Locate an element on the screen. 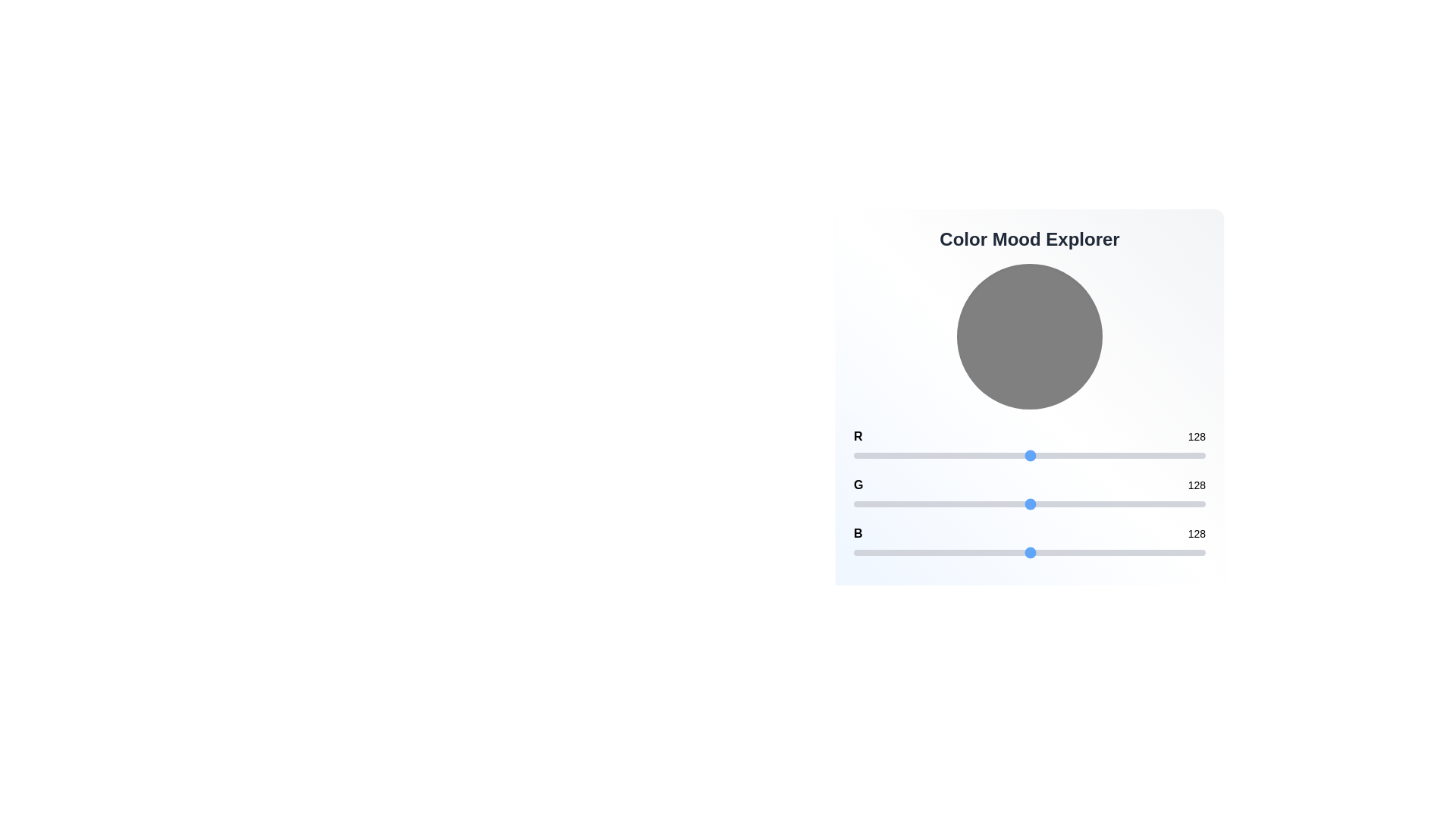 This screenshot has height=819, width=1456. the green color channel slider to 242 is located at coordinates (1187, 504).